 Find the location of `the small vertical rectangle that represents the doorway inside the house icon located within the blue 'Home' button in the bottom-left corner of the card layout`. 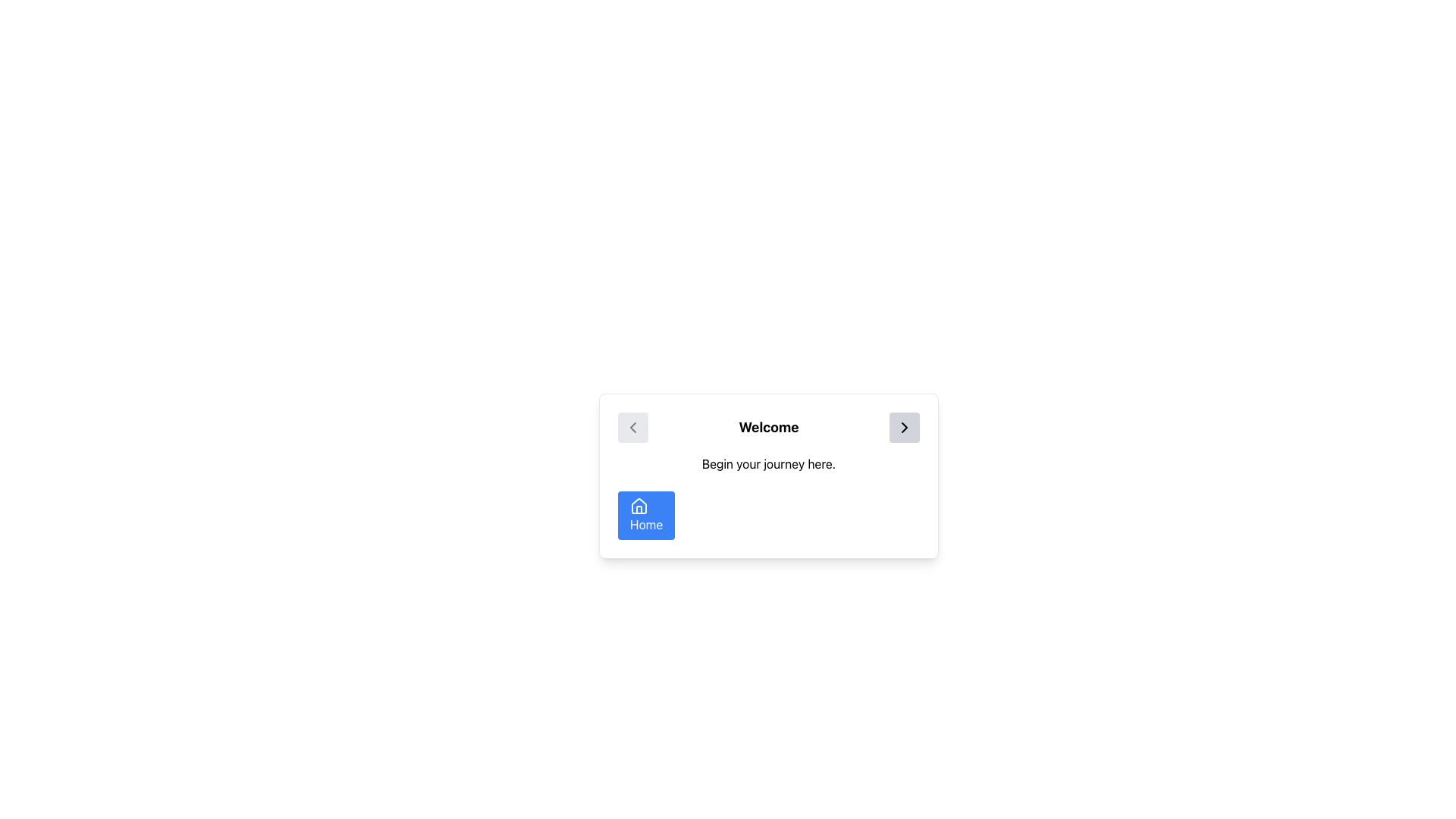

the small vertical rectangle that represents the doorway inside the house icon located within the blue 'Home' button in the bottom-left corner of the card layout is located at coordinates (639, 510).